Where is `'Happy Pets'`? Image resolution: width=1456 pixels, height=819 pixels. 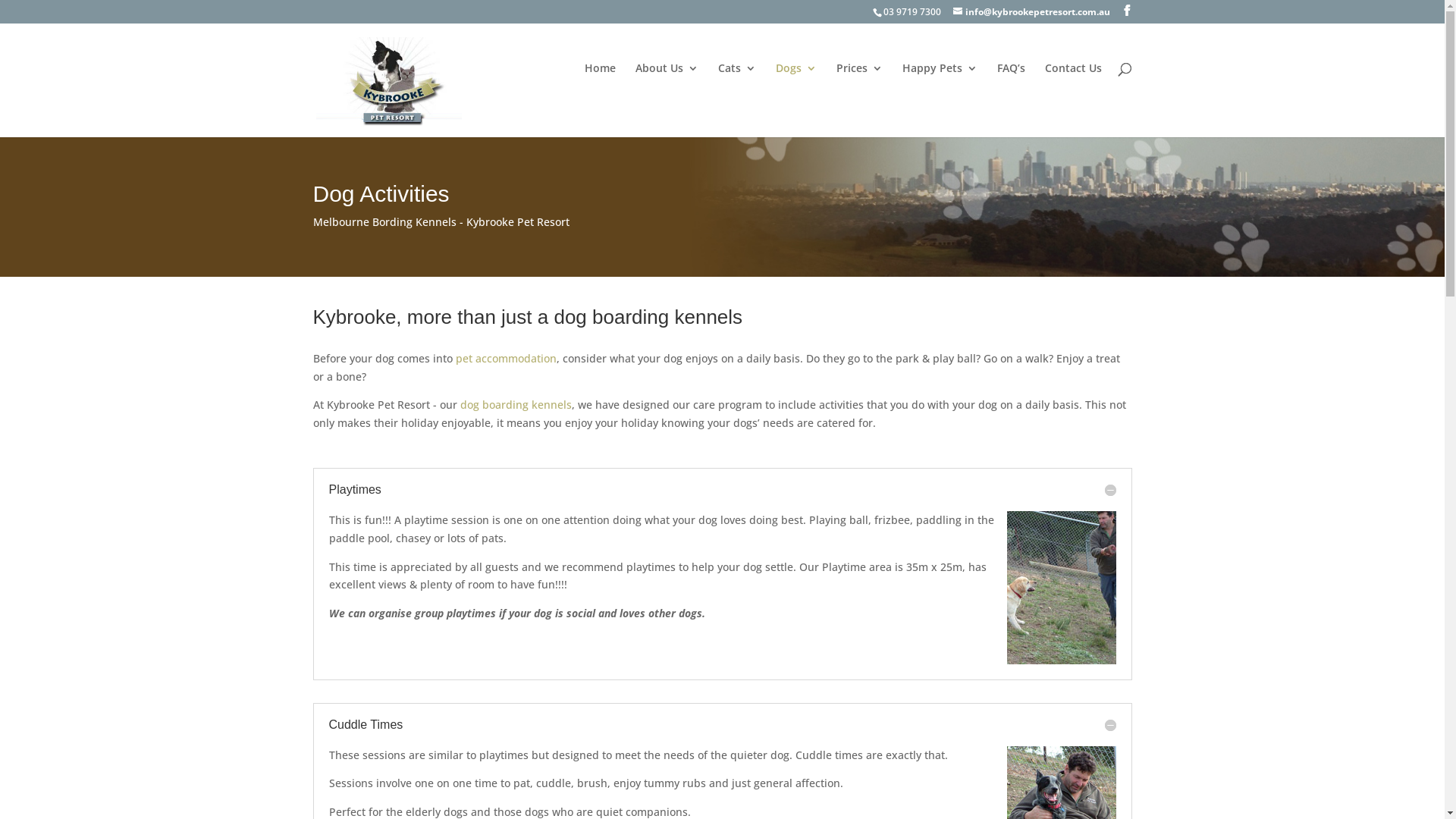 'Happy Pets' is located at coordinates (939, 87).